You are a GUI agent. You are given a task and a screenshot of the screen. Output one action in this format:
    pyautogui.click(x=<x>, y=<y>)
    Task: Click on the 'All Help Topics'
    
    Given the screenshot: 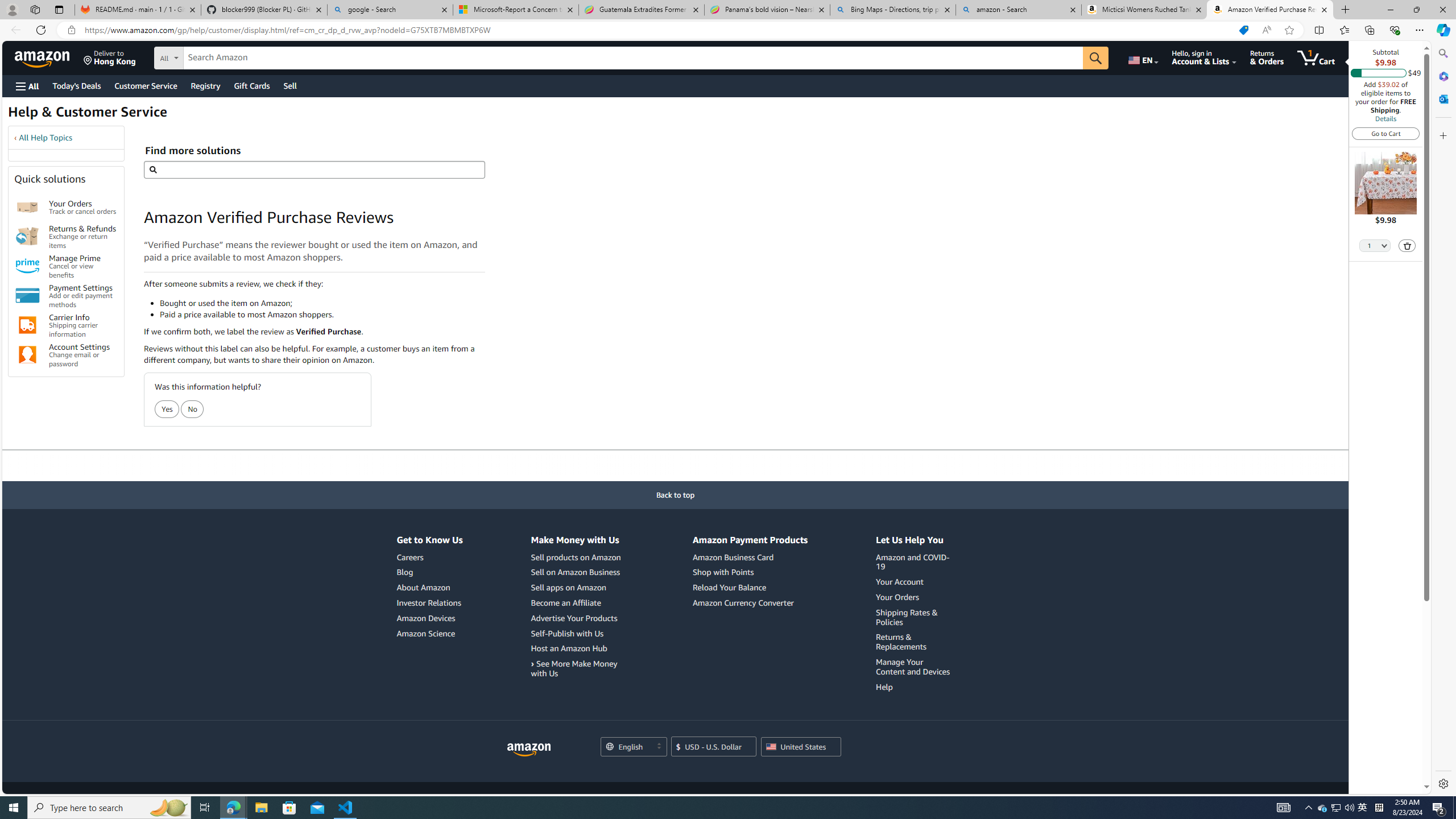 What is the action you would take?
    pyautogui.click(x=45, y=137)
    